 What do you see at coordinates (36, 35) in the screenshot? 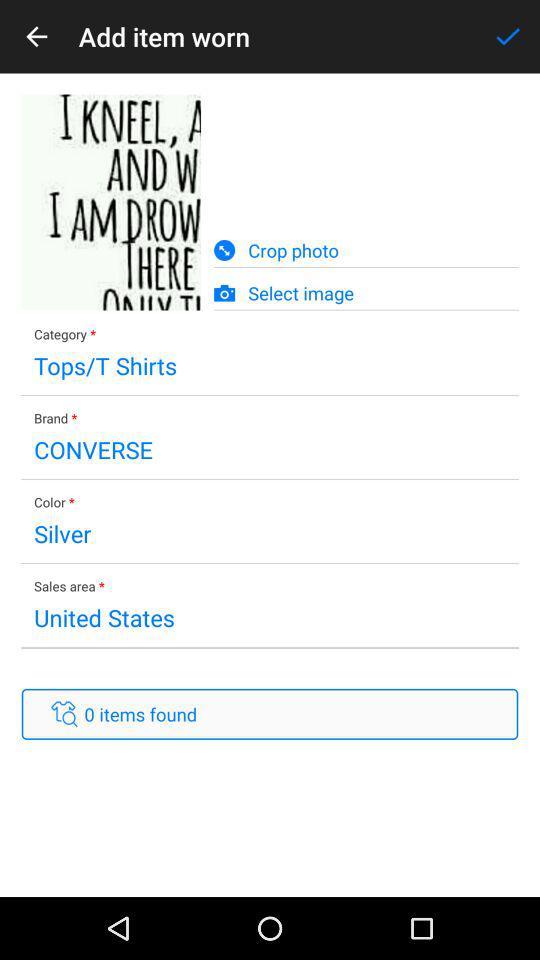
I see `icon next to the add item worn icon` at bounding box center [36, 35].